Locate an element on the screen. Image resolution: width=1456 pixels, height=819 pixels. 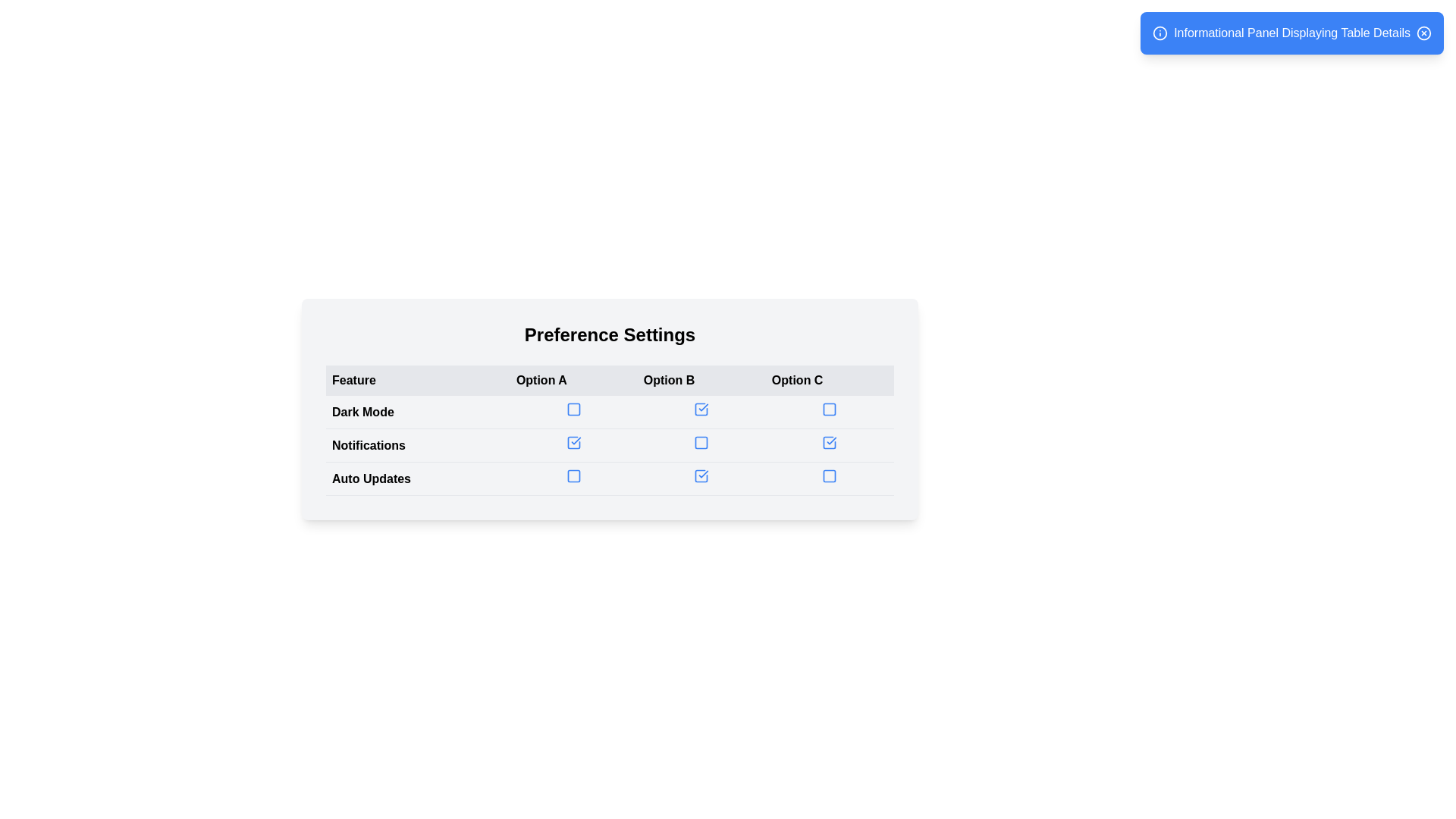
the checkbox for 'Auto Updates' under 'Option C' is located at coordinates (829, 479).